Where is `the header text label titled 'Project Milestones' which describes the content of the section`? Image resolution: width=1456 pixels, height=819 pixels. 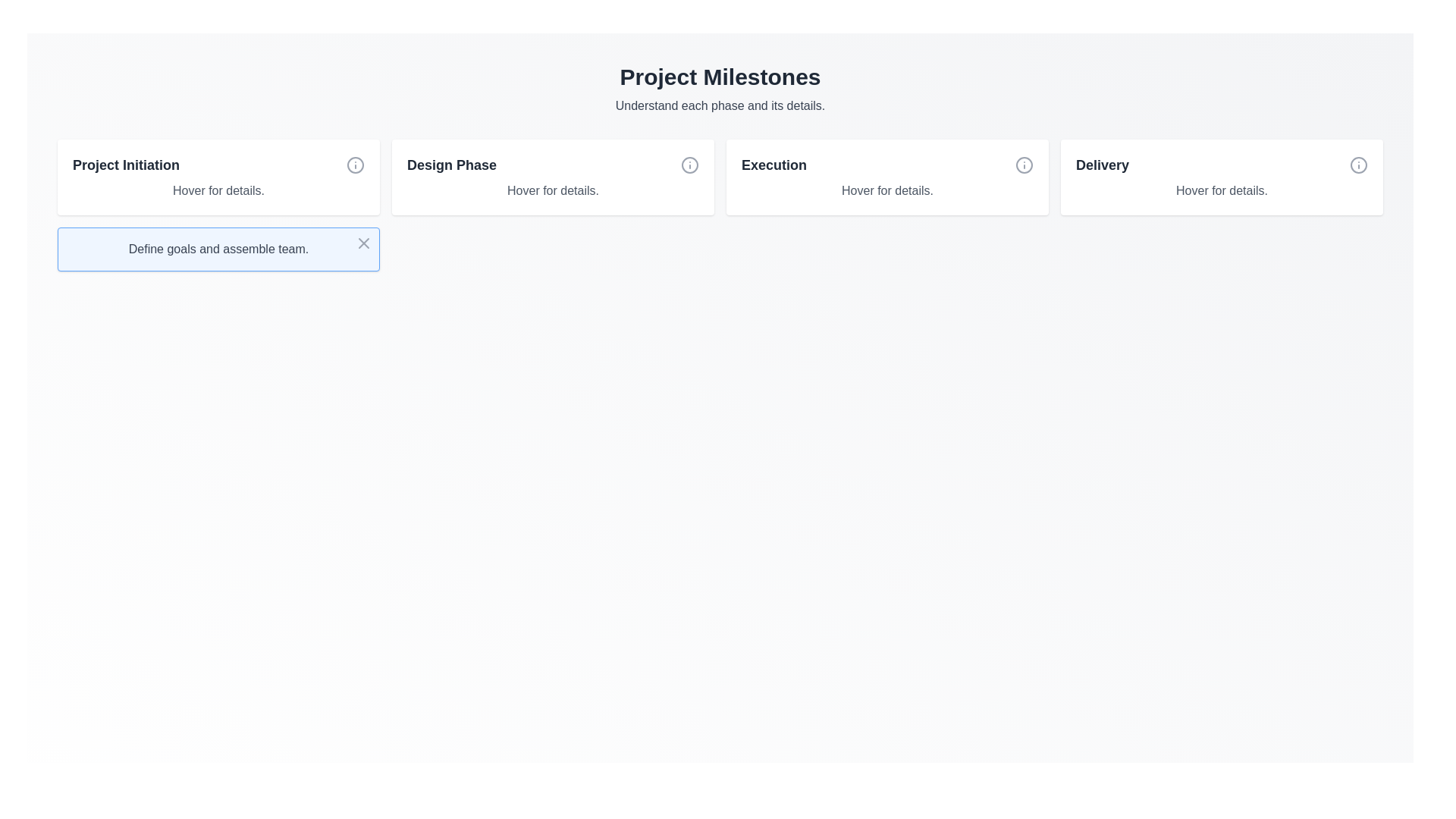 the header text label titled 'Project Milestones' which describes the content of the section is located at coordinates (720, 77).